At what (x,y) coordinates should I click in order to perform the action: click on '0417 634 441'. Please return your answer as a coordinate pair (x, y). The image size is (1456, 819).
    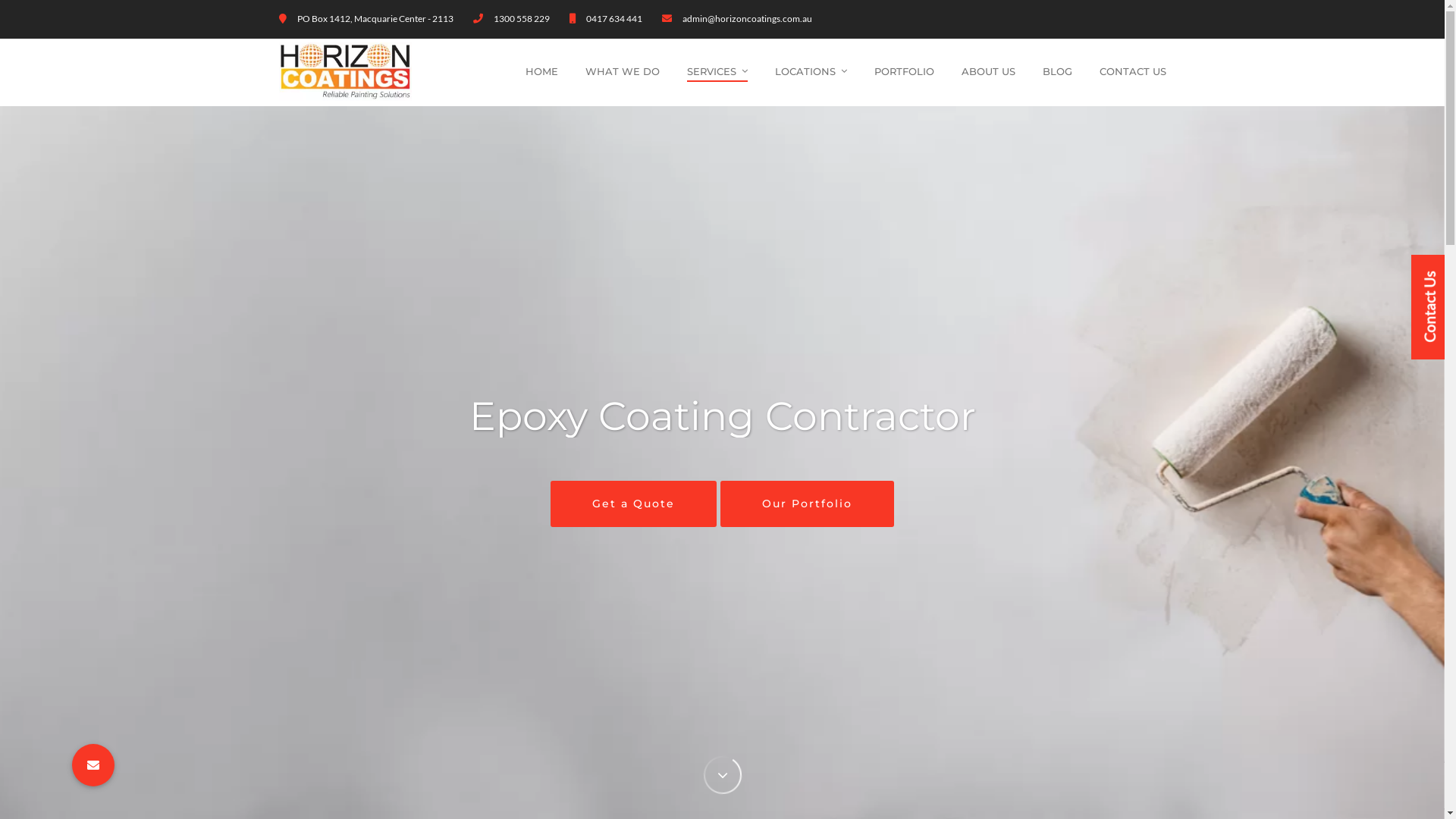
    Looking at the image, I should click on (613, 18).